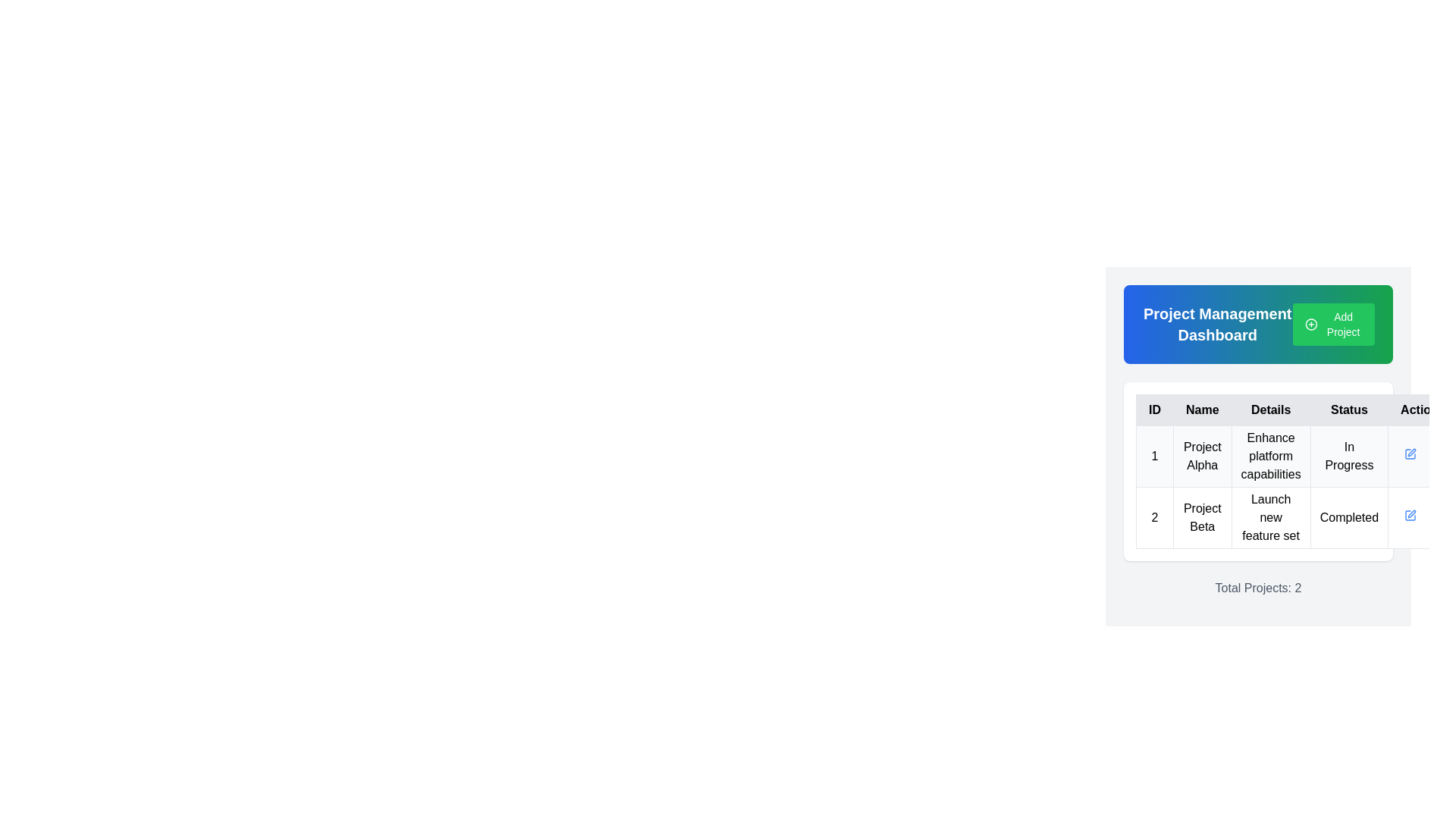 The height and width of the screenshot is (819, 1456). What do you see at coordinates (1201, 455) in the screenshot?
I see `text content of the label displaying 'Project Alpha', located under the column 'Name' in the first row of the table` at bounding box center [1201, 455].